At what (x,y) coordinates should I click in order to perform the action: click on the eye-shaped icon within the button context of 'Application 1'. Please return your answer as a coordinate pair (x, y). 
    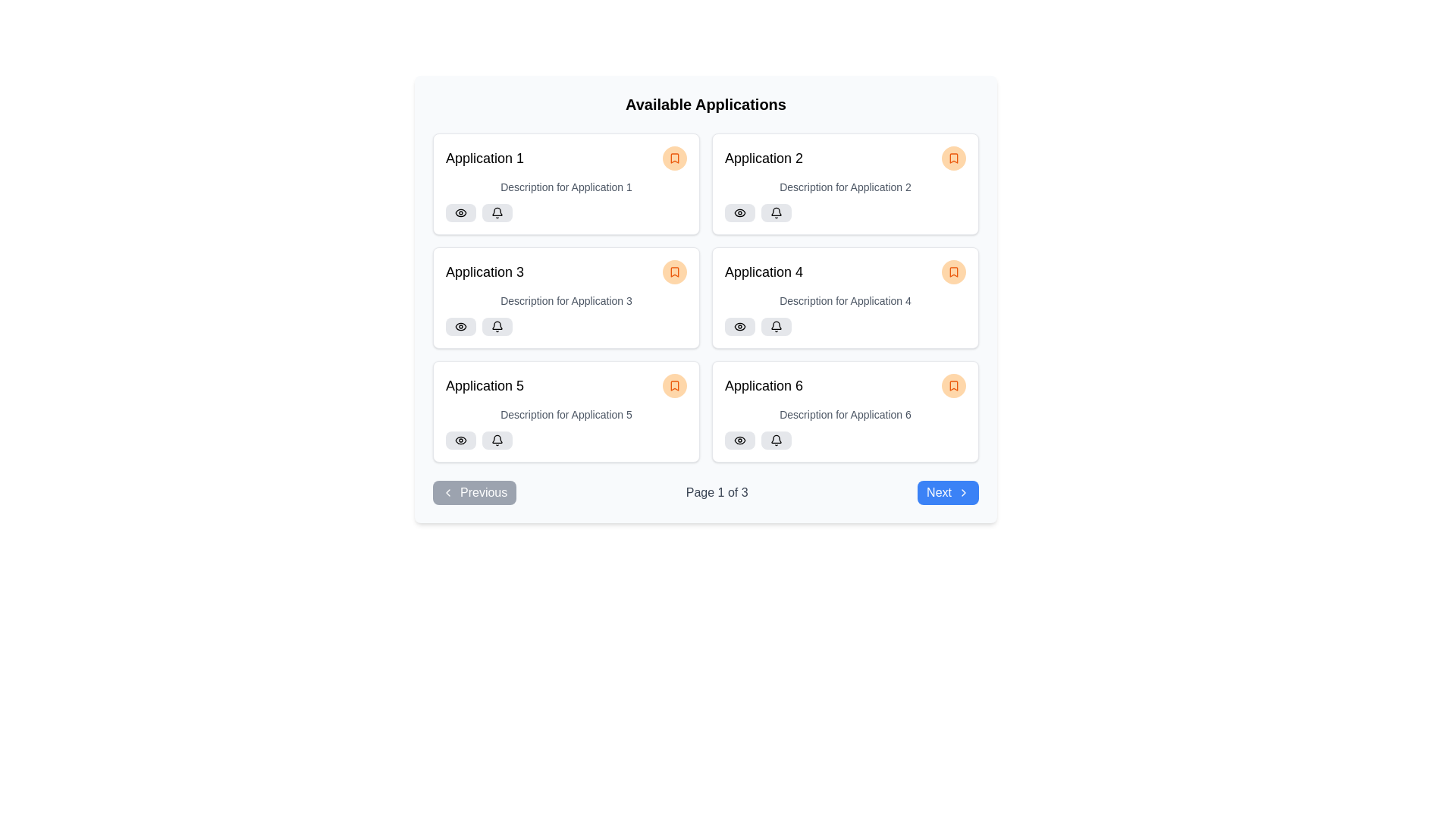
    Looking at the image, I should click on (460, 213).